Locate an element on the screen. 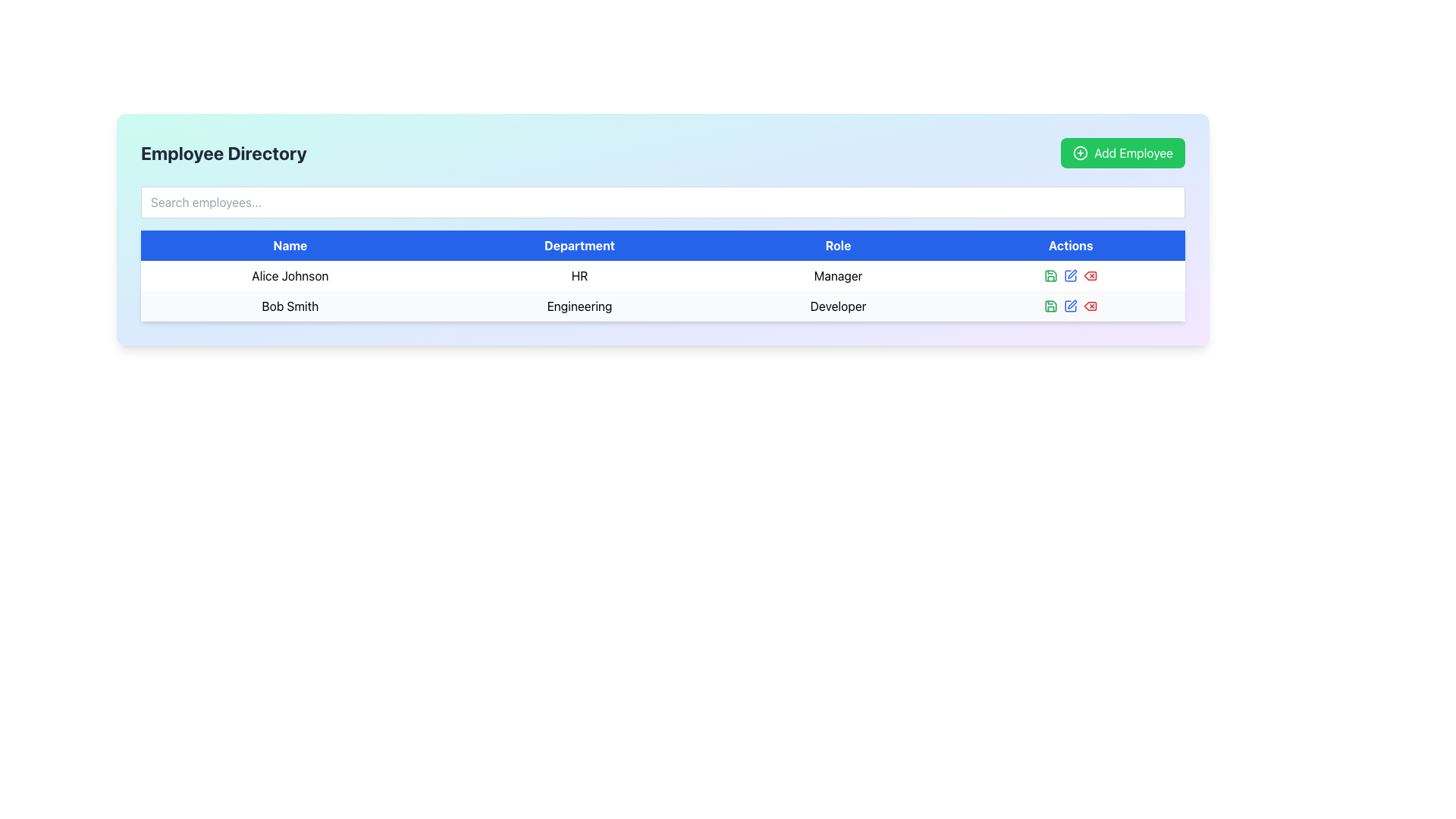 This screenshot has height=819, width=1456. the 'Add Employee' button, which is a green rectangular button with white text and a plus sign icon, located in the top bar of the 'Employee Directory' is located at coordinates (1123, 152).